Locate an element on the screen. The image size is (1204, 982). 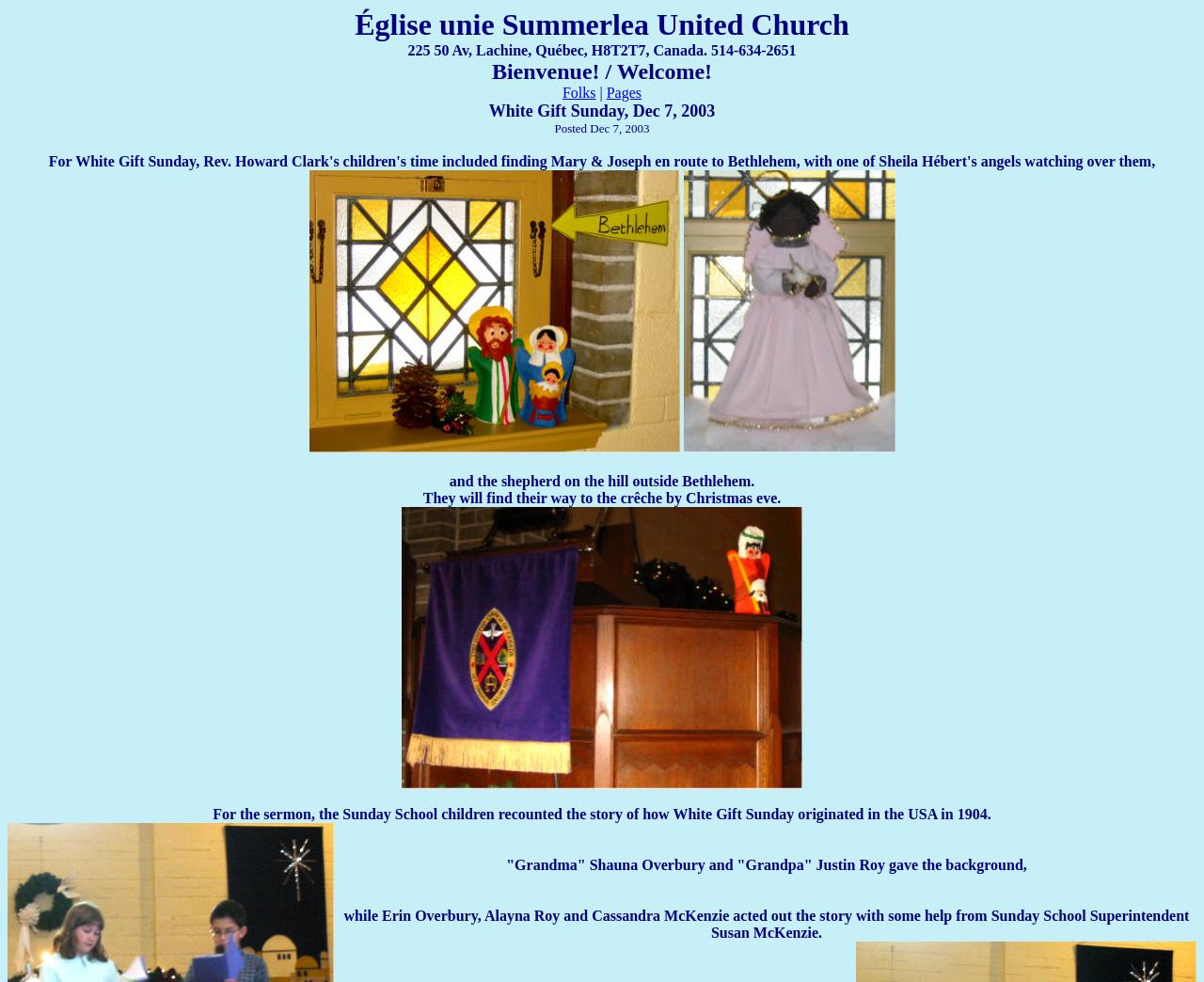
'Pages' is located at coordinates (624, 92).